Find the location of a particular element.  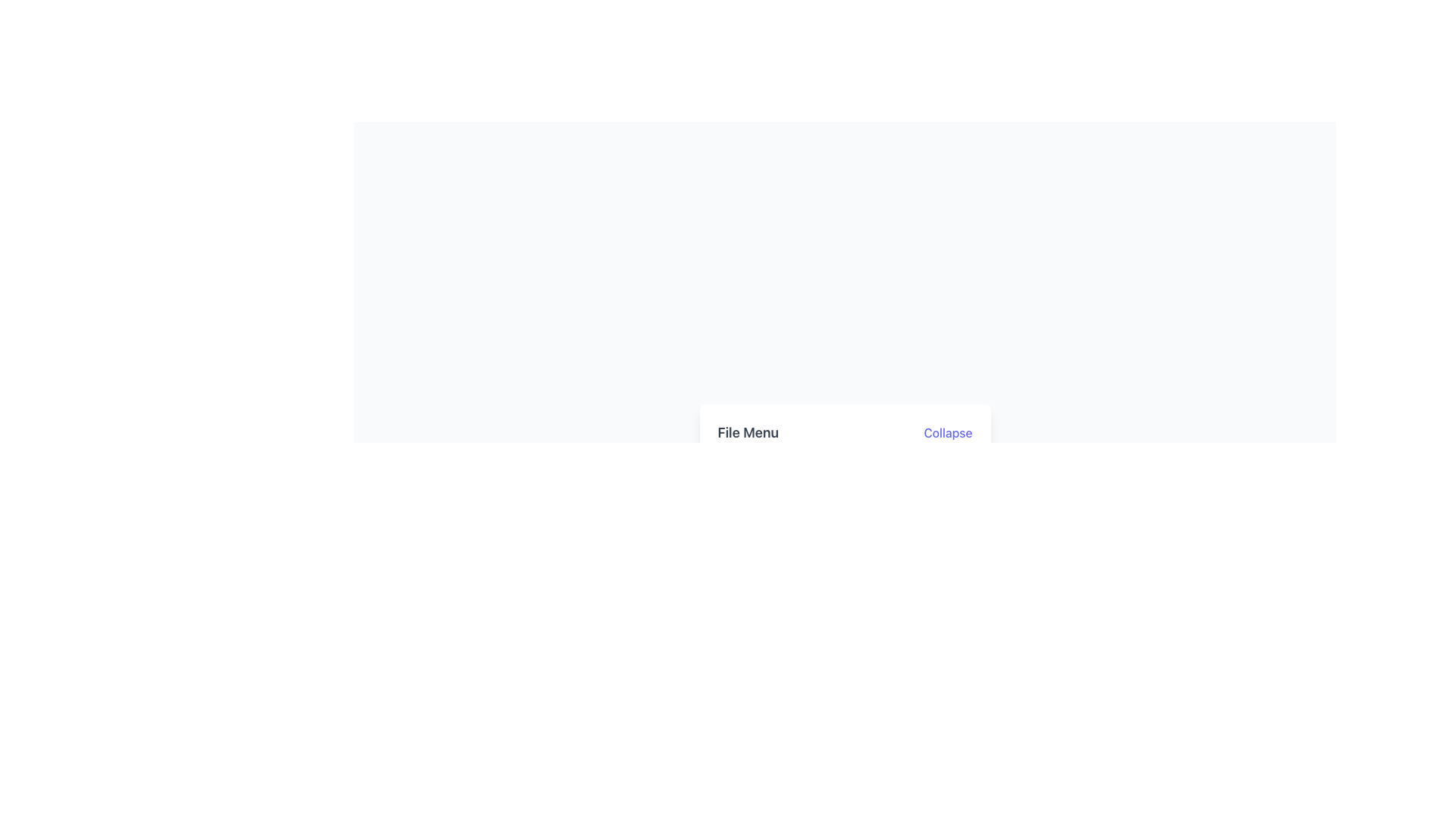

the 'Collapse' hyperlink styled in indigo blue, positioned to the right of the 'File Menu' text is located at coordinates (947, 432).